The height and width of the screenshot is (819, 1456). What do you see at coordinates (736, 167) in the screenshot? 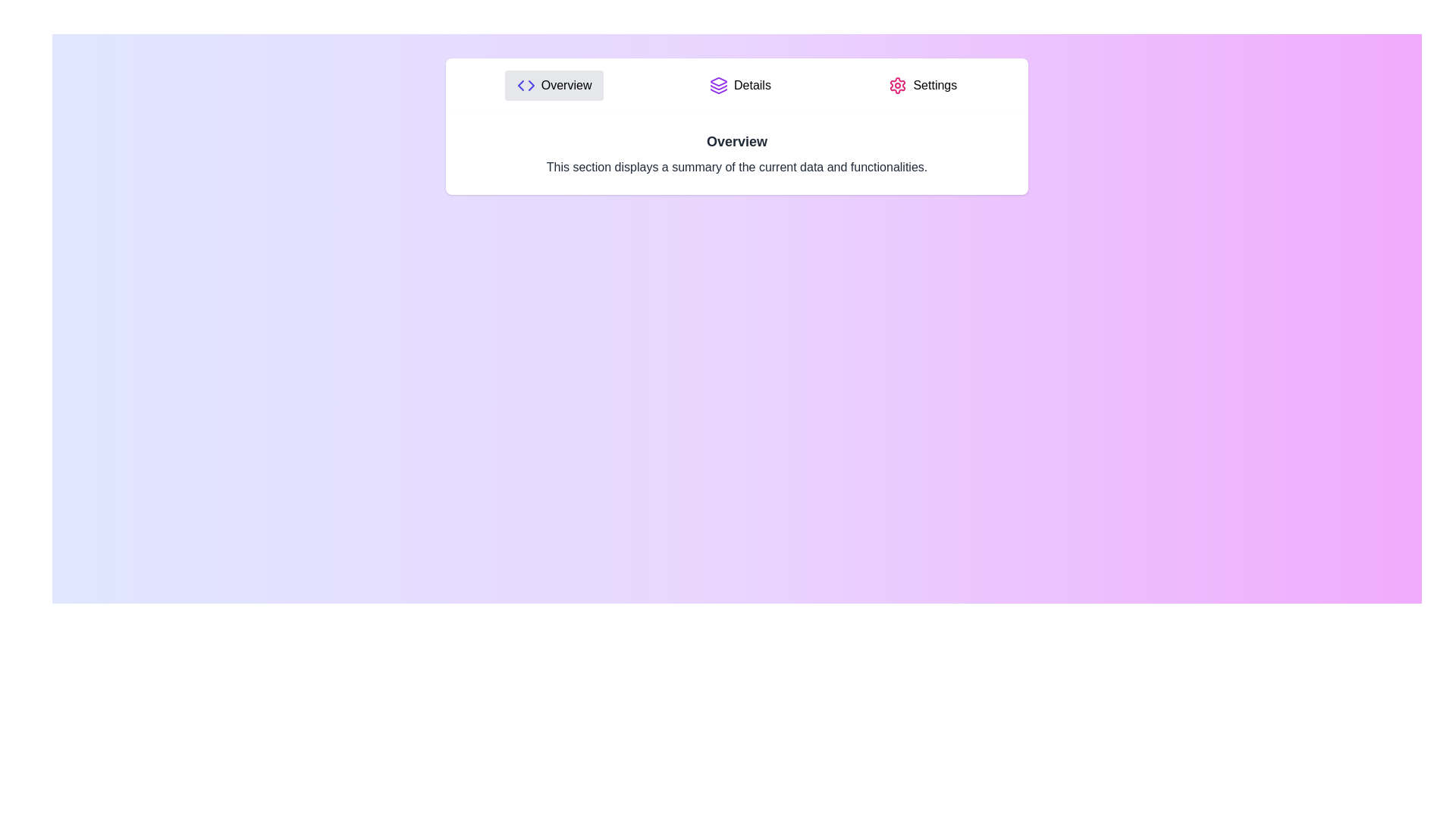
I see `the informative text block located directly beneath the 'Overview' heading, which provides context about the section` at bounding box center [736, 167].